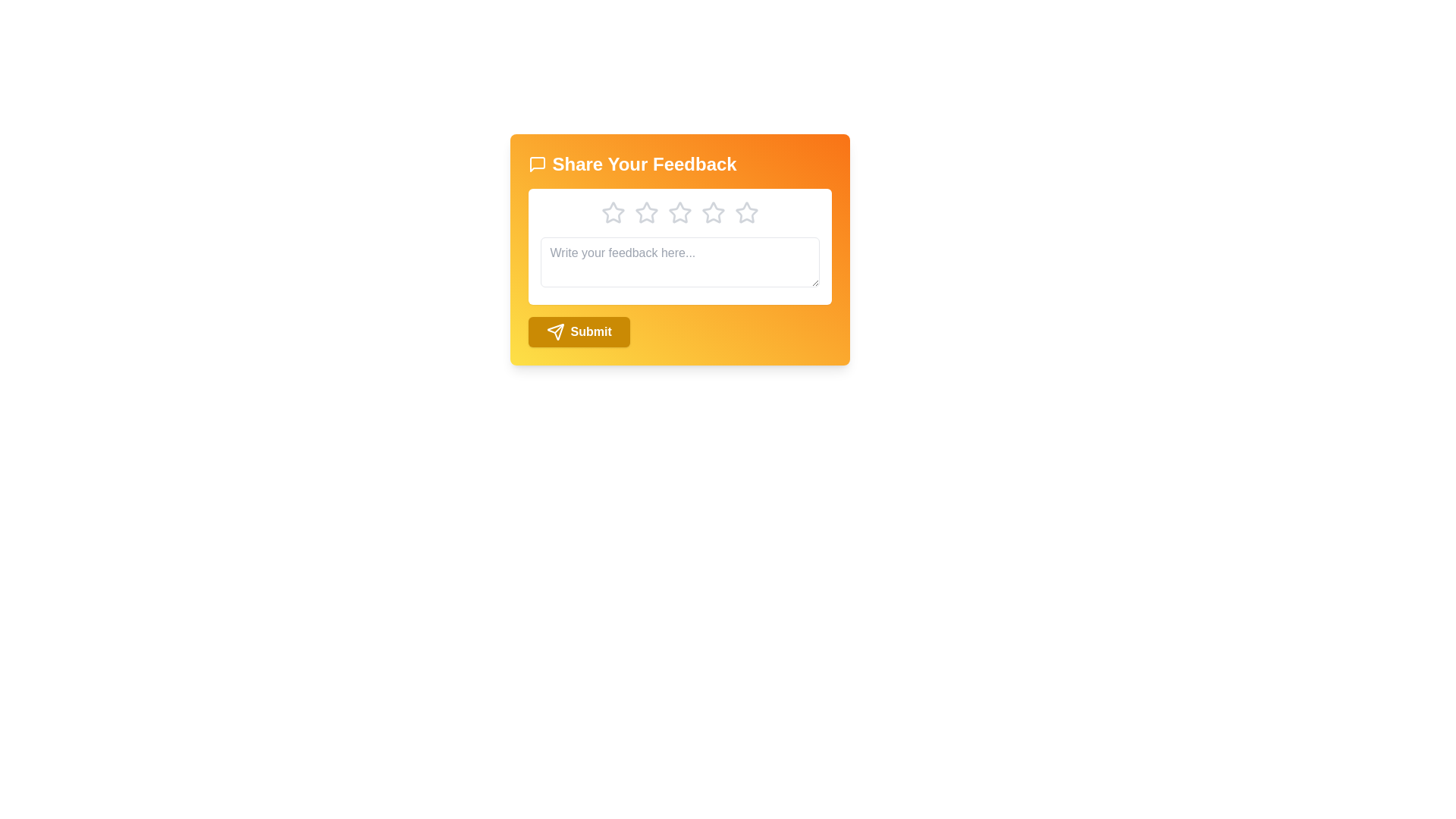  Describe the element at coordinates (554, 331) in the screenshot. I see `the 'Submit' button which contains the icon on the left side, located at the center bottom of the feedback form` at that location.